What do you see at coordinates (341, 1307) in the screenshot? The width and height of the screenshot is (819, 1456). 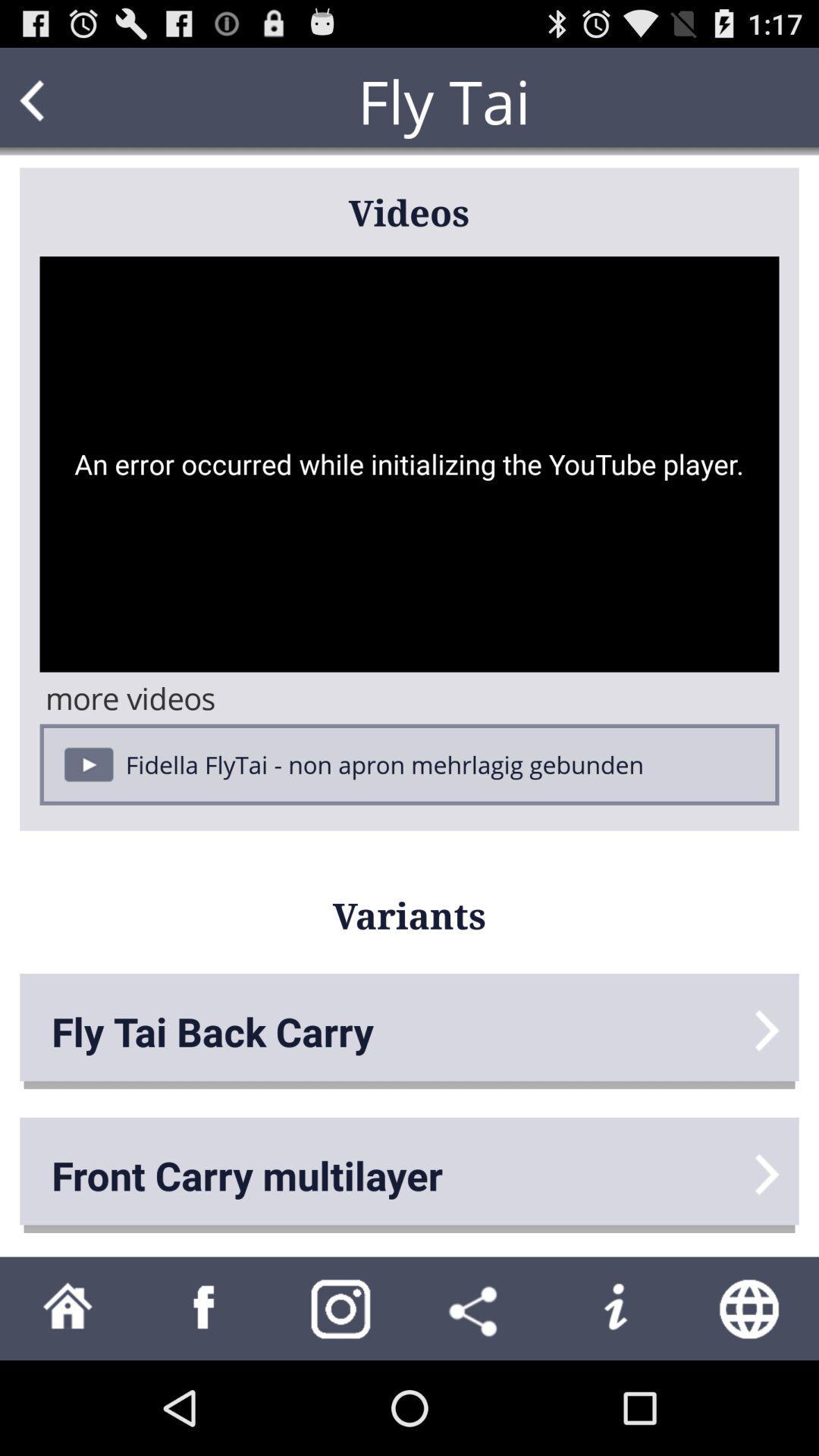 I see `photo` at bounding box center [341, 1307].